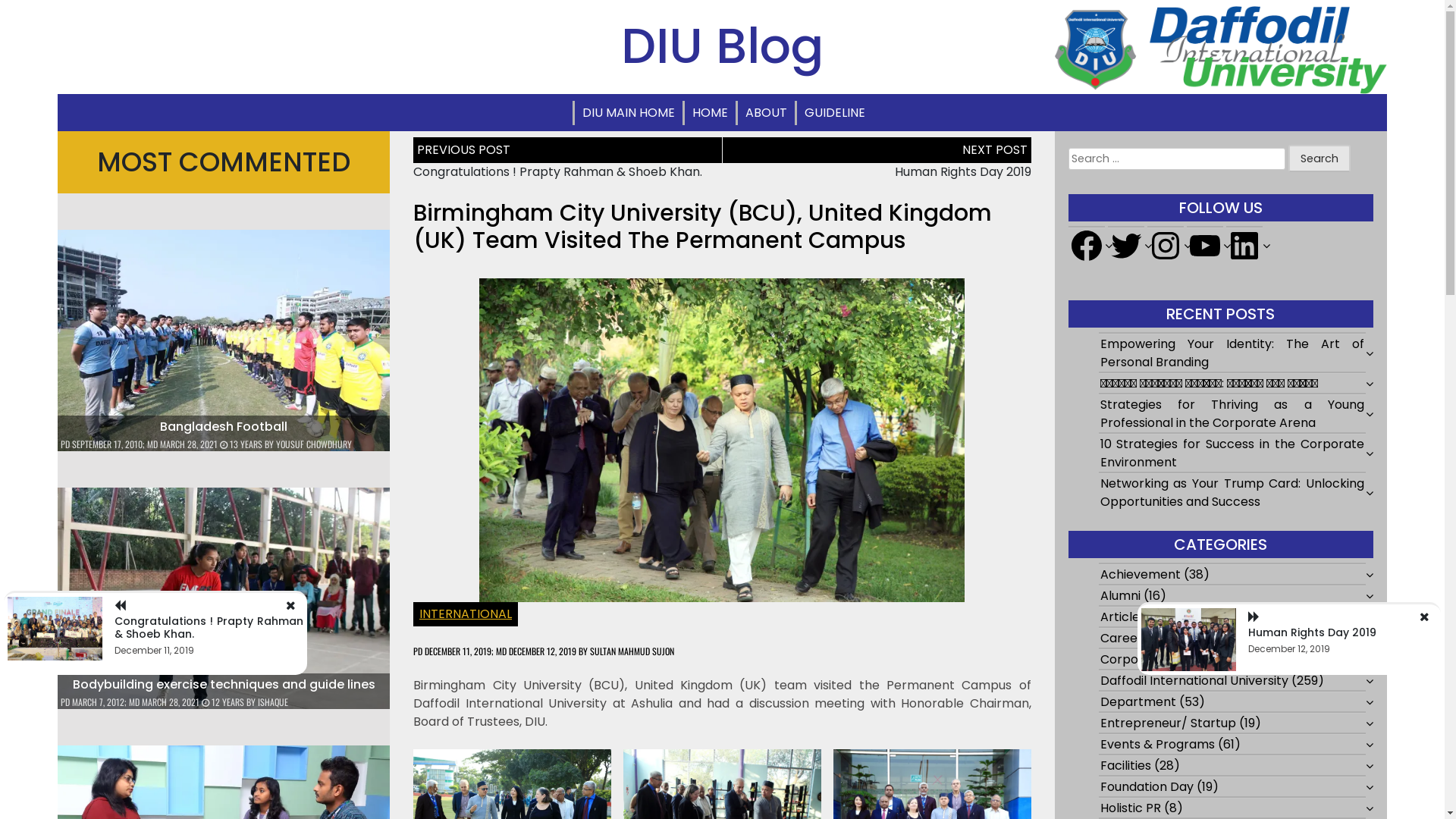  I want to click on 'Facilities', so click(1125, 765).